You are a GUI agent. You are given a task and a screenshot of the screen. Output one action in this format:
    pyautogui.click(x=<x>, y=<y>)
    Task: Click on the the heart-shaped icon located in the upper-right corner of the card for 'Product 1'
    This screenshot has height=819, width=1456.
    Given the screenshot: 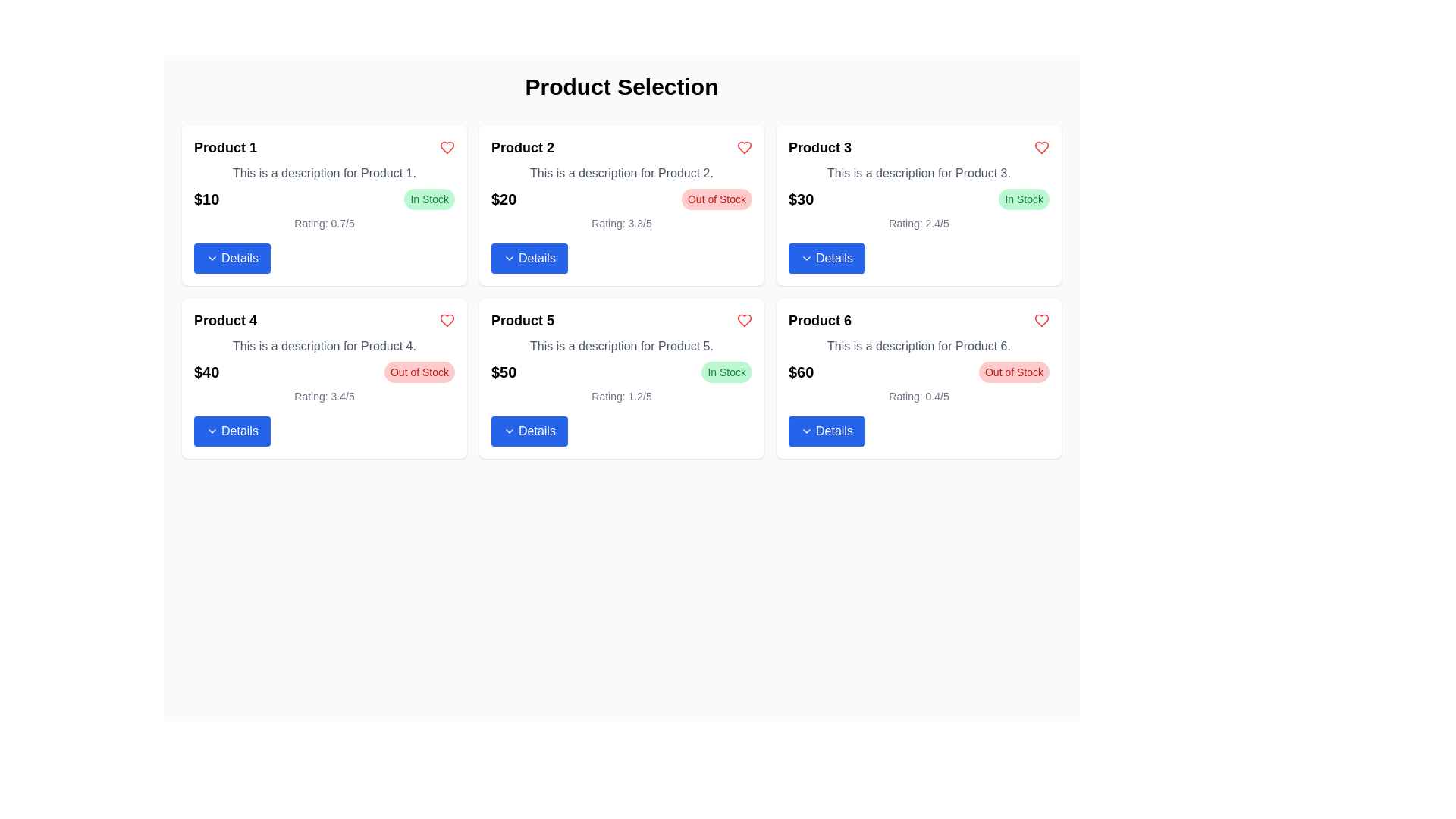 What is the action you would take?
    pyautogui.click(x=447, y=148)
    